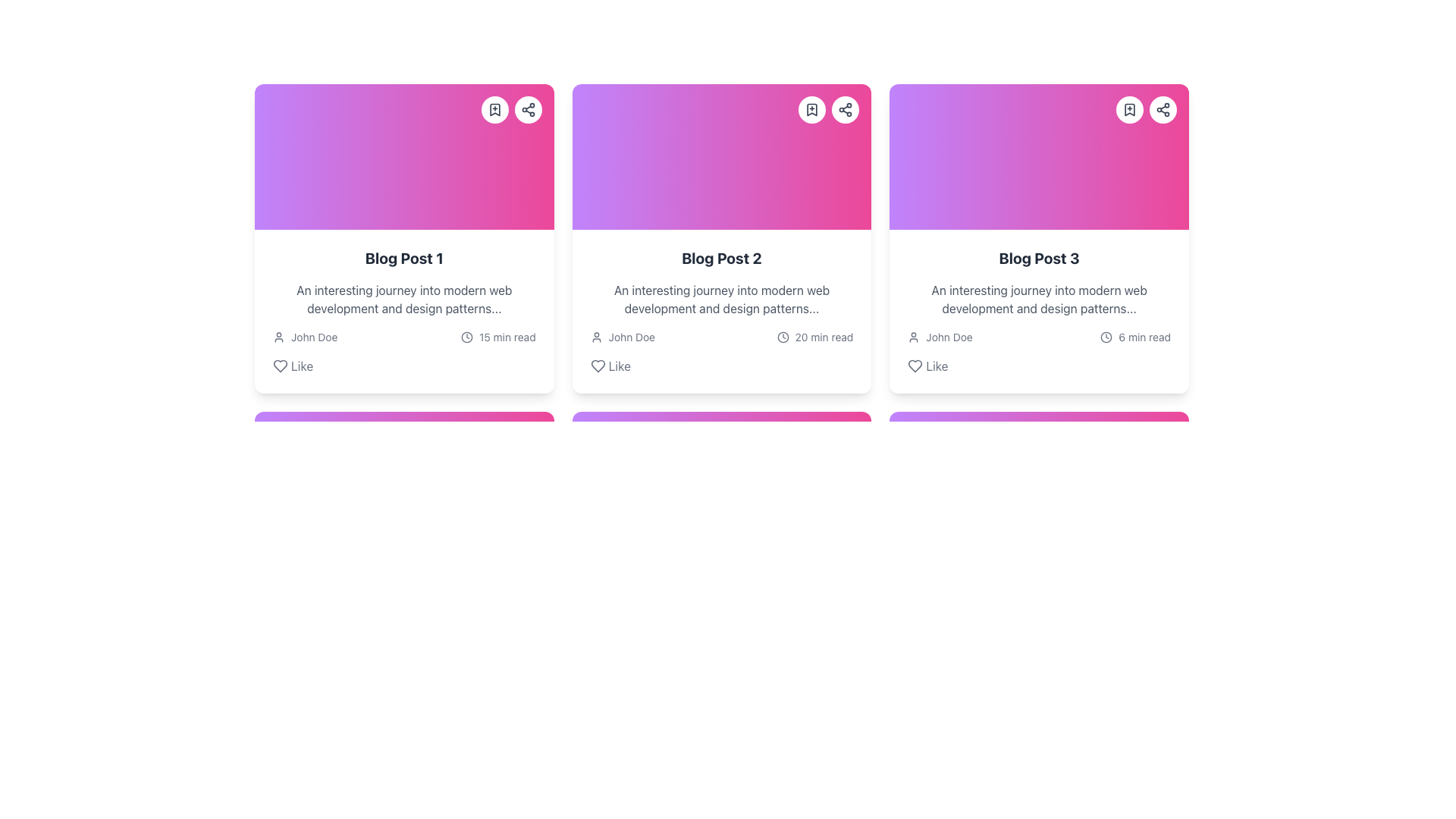 The height and width of the screenshot is (819, 1456). What do you see at coordinates (507, 336) in the screenshot?
I see `the text label displaying '15 min read', located at the bottom right of the first card, next to the clock icon` at bounding box center [507, 336].